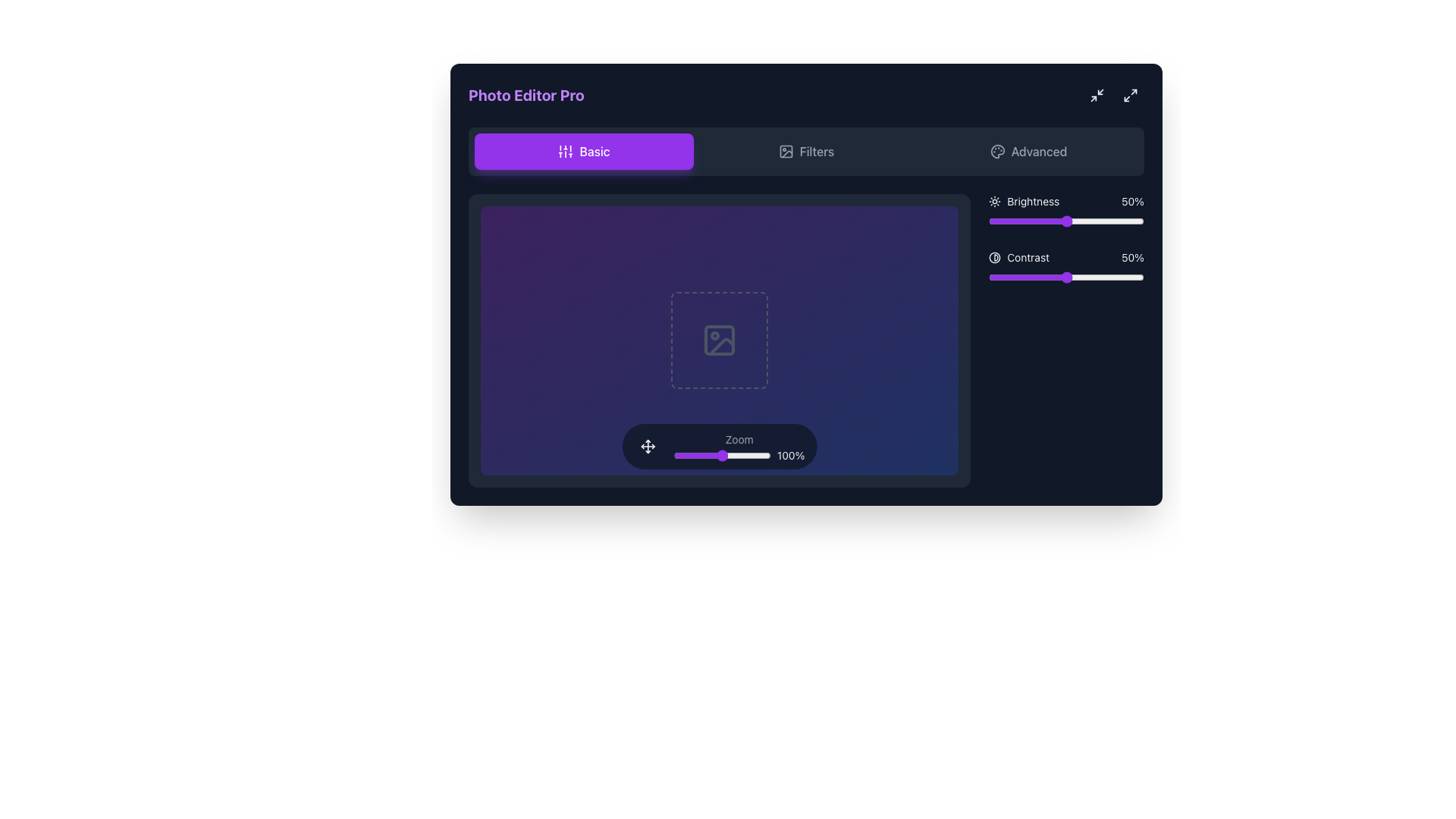 Image resolution: width=1456 pixels, height=819 pixels. I want to click on the zoom level, so click(717, 454).